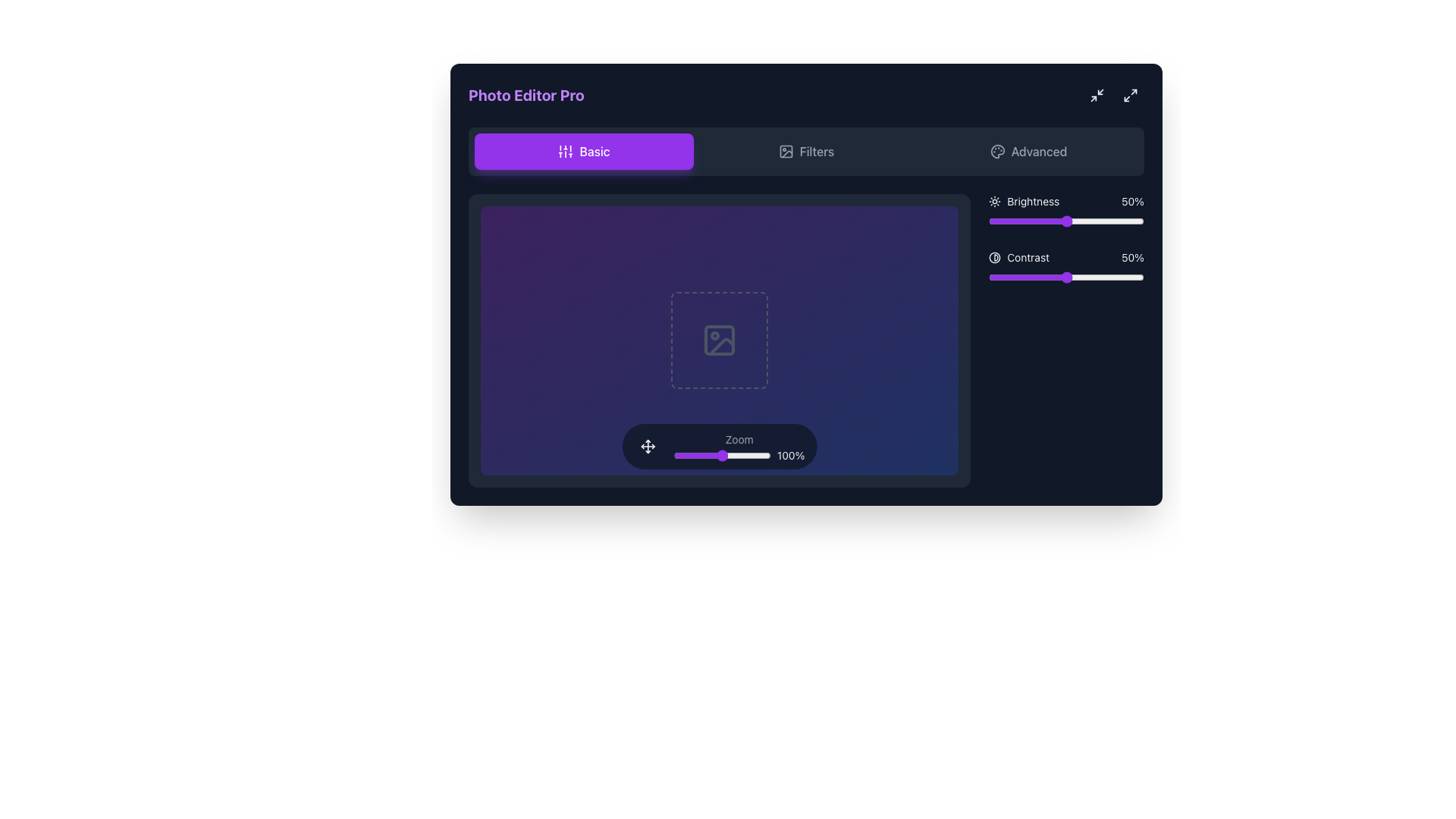 Image resolution: width=1456 pixels, height=819 pixels. I want to click on the zoom level, so click(717, 454).